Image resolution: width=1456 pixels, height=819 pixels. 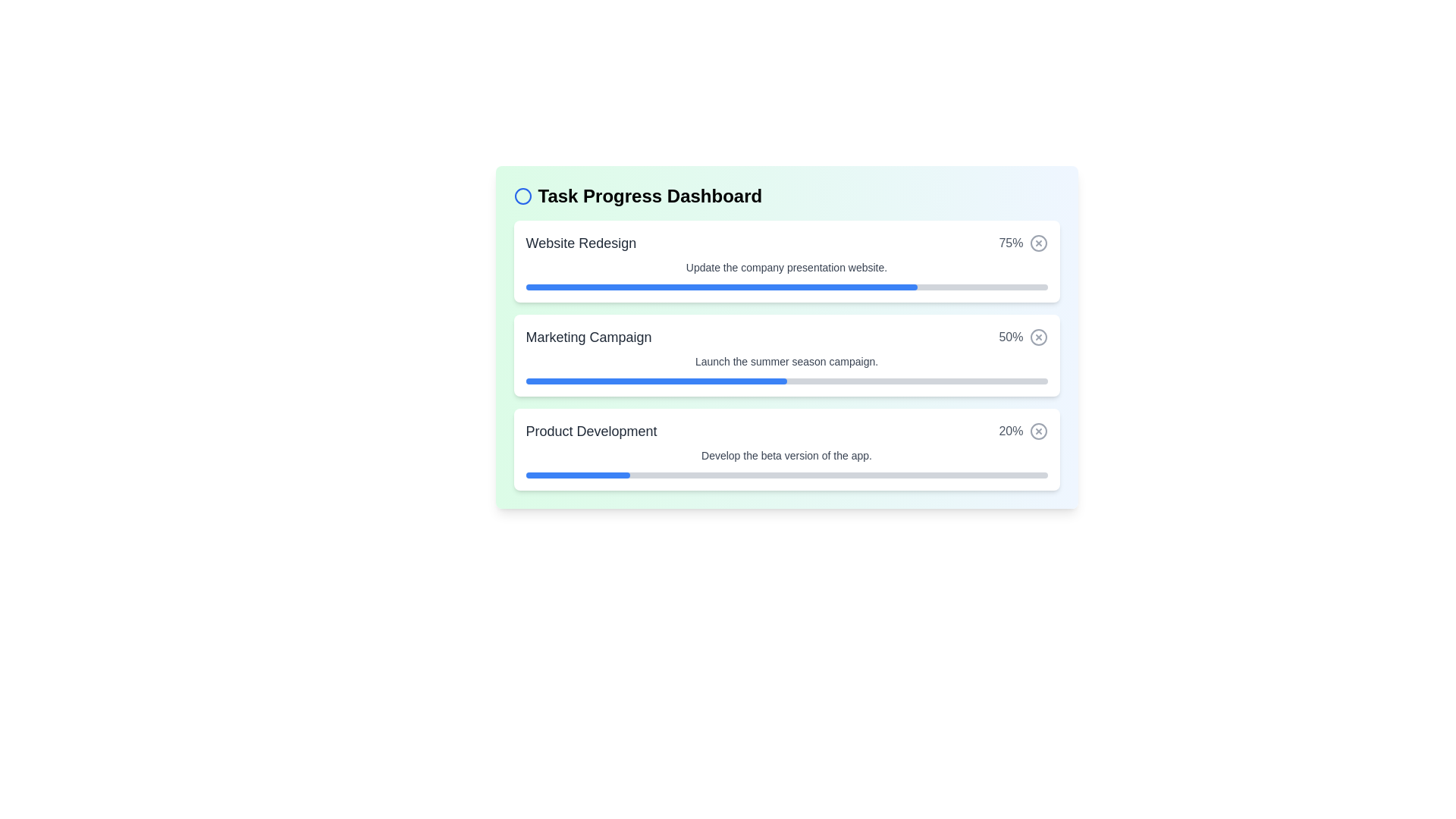 What do you see at coordinates (522, 195) in the screenshot?
I see `the decorative status indicator icon (circle) located in the upper-left region of the interface near the 'Task Progress Dashboard' title` at bounding box center [522, 195].